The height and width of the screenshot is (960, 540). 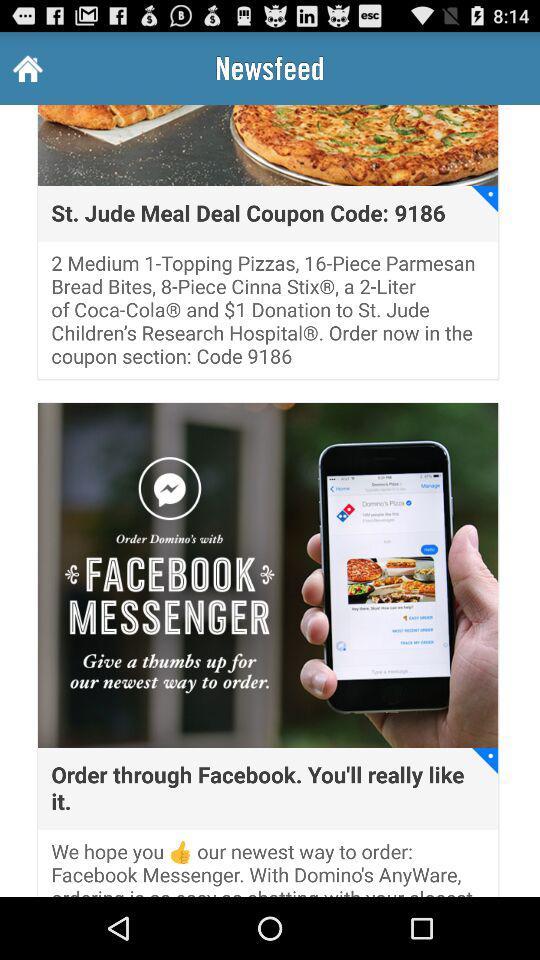 What do you see at coordinates (484, 199) in the screenshot?
I see `icon above 2 medium 1 item` at bounding box center [484, 199].